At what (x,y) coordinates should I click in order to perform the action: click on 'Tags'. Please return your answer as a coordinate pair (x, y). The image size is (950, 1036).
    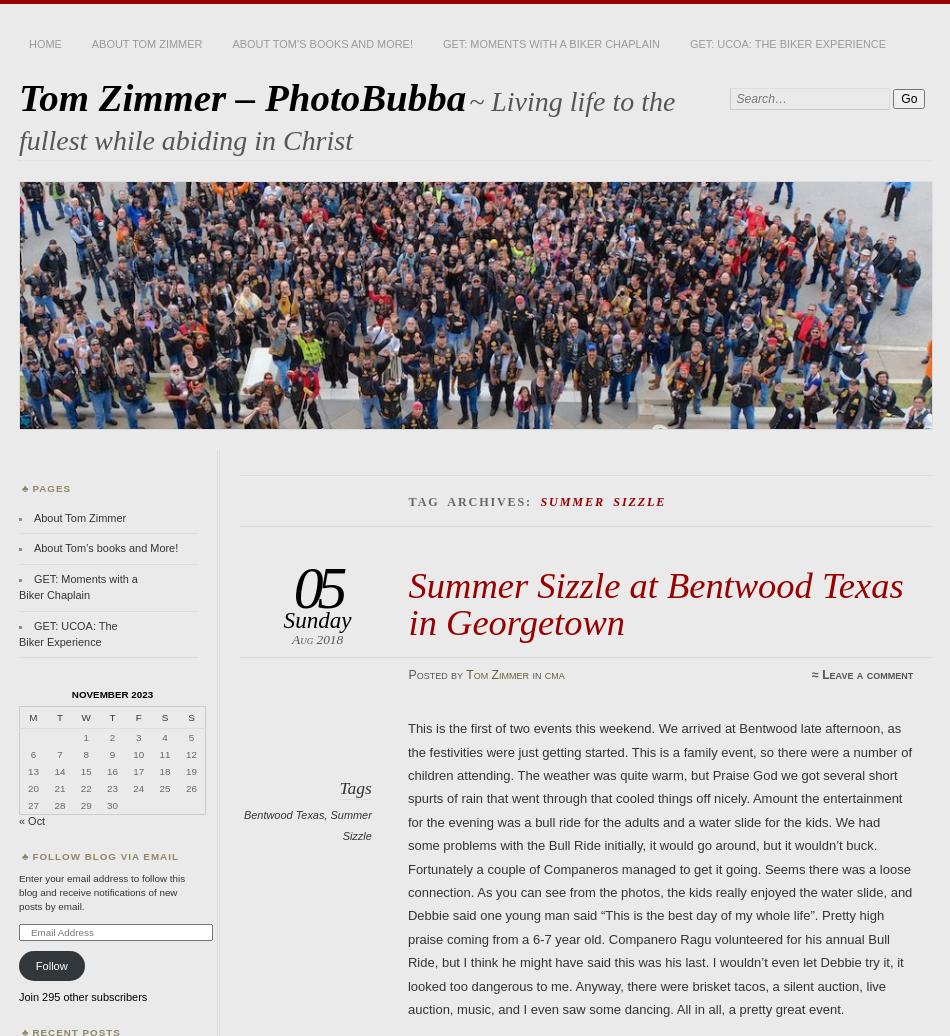
    Looking at the image, I should click on (337, 787).